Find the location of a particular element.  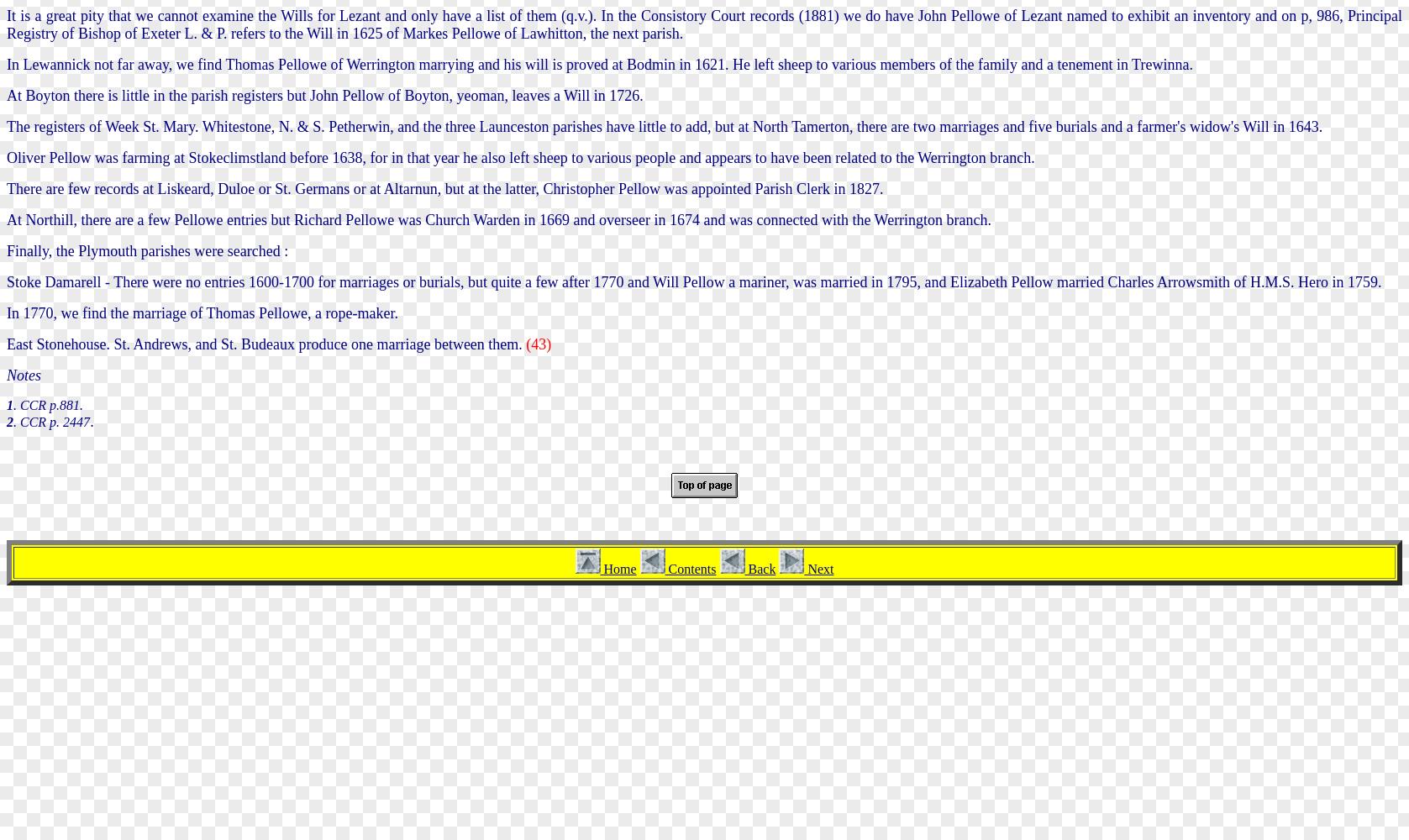

'2' is located at coordinates (10, 421).